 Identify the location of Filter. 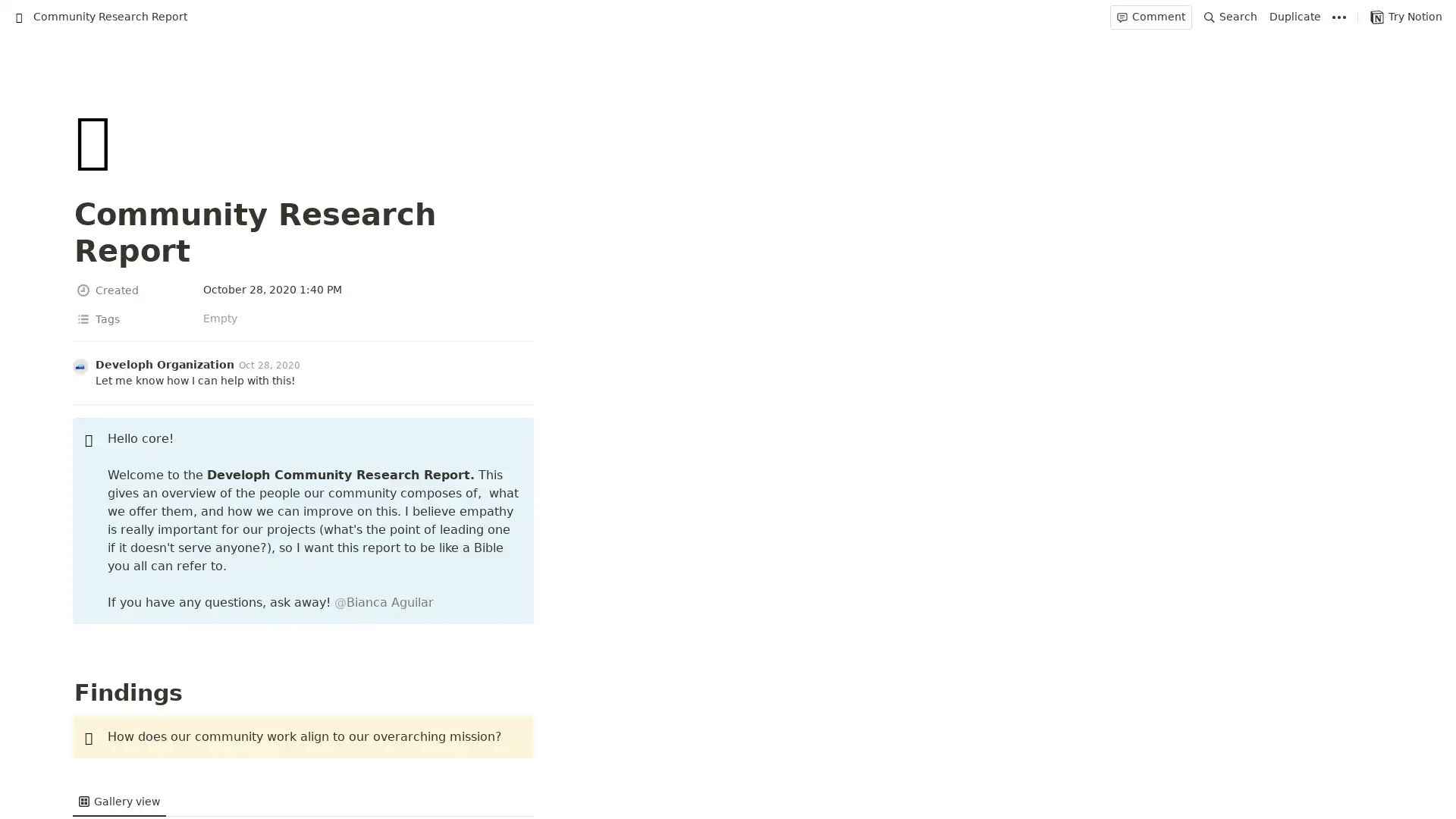
(1286, 692).